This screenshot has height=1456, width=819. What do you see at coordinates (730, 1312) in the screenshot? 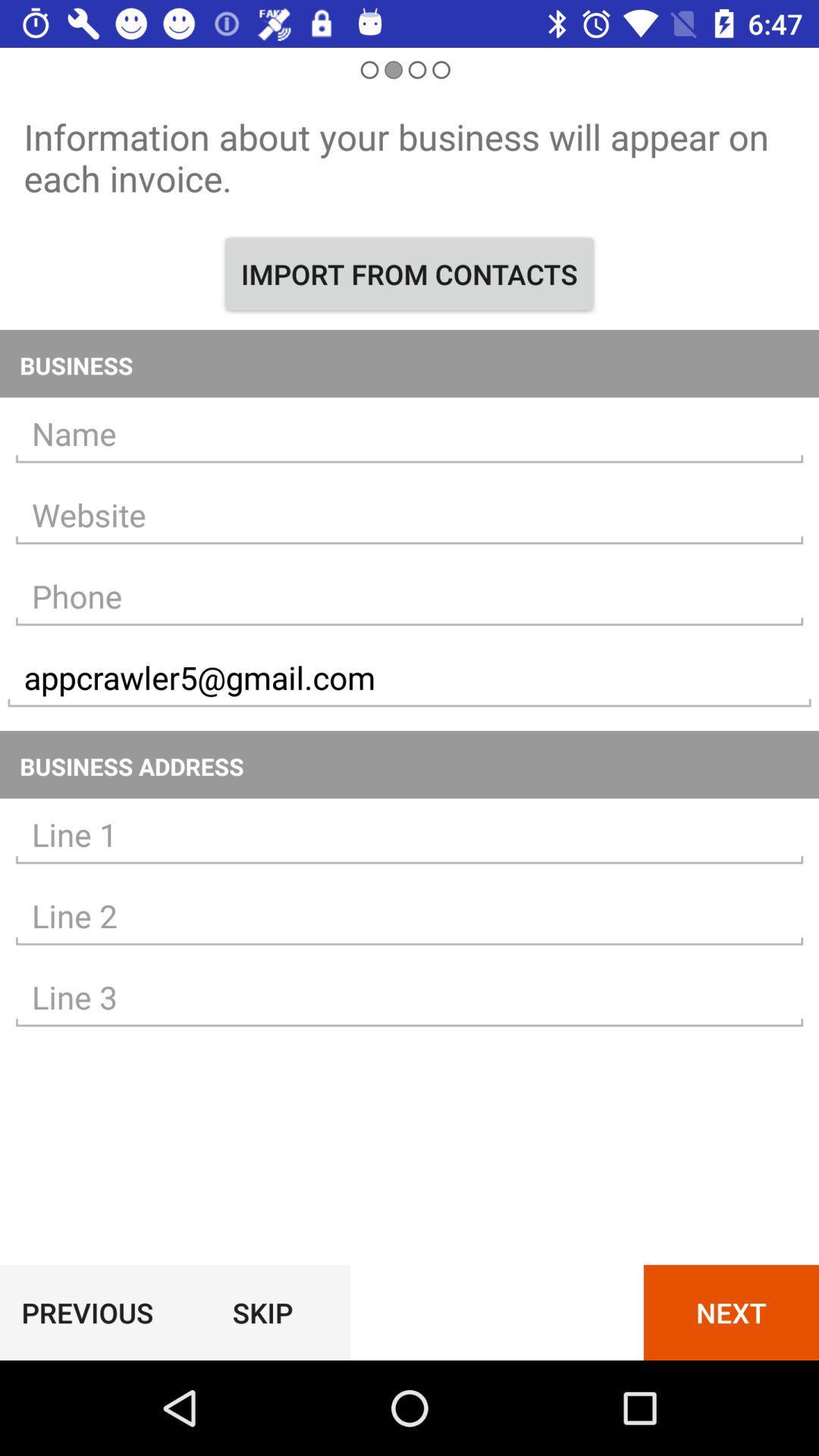
I see `item to the right of the skip` at bounding box center [730, 1312].